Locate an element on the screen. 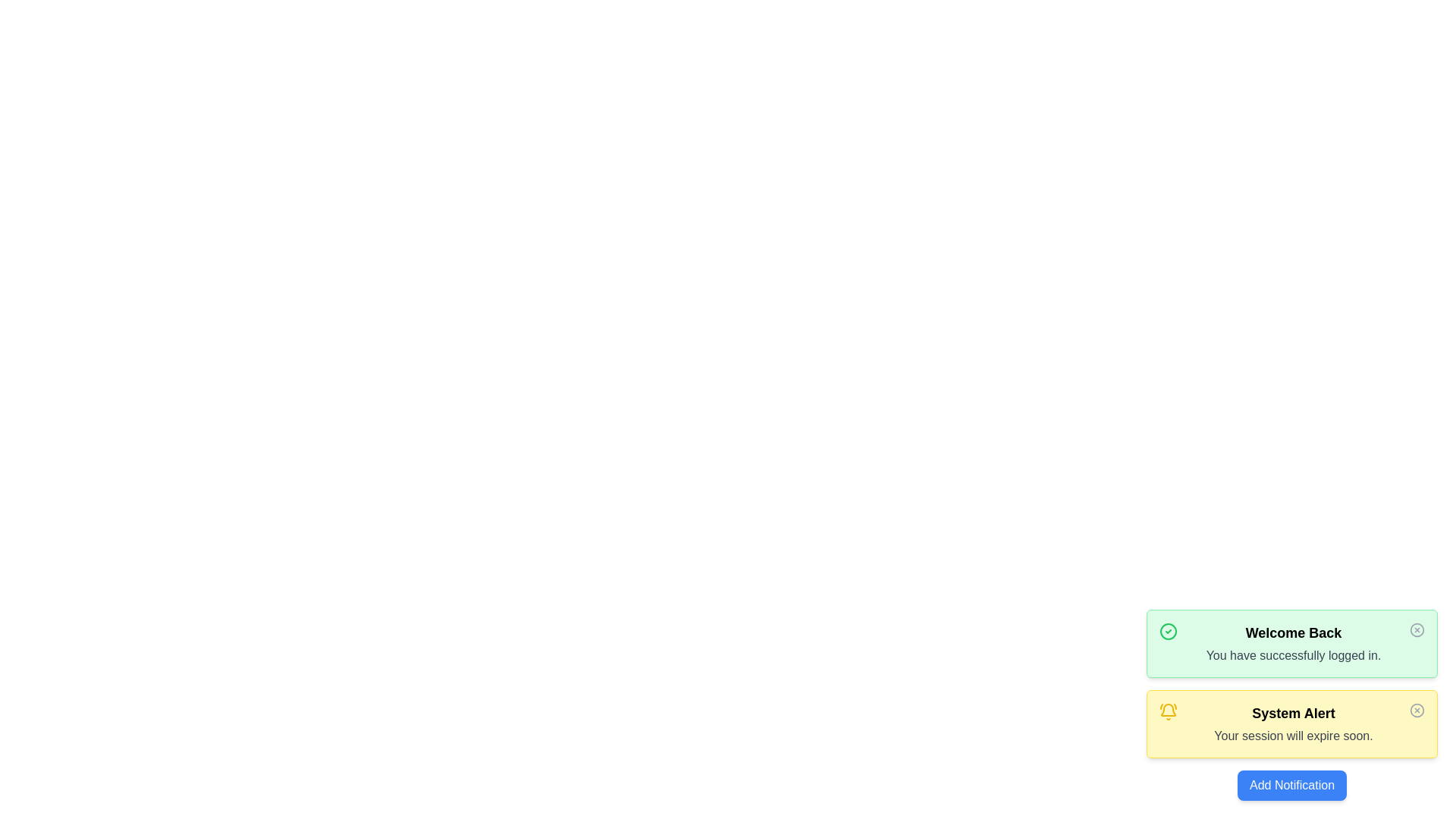 This screenshot has width=1456, height=819. the Circle SVG graphical element that is part of the 'Welcome Back' notification icon, located to the left of the text is located at coordinates (1167, 632).